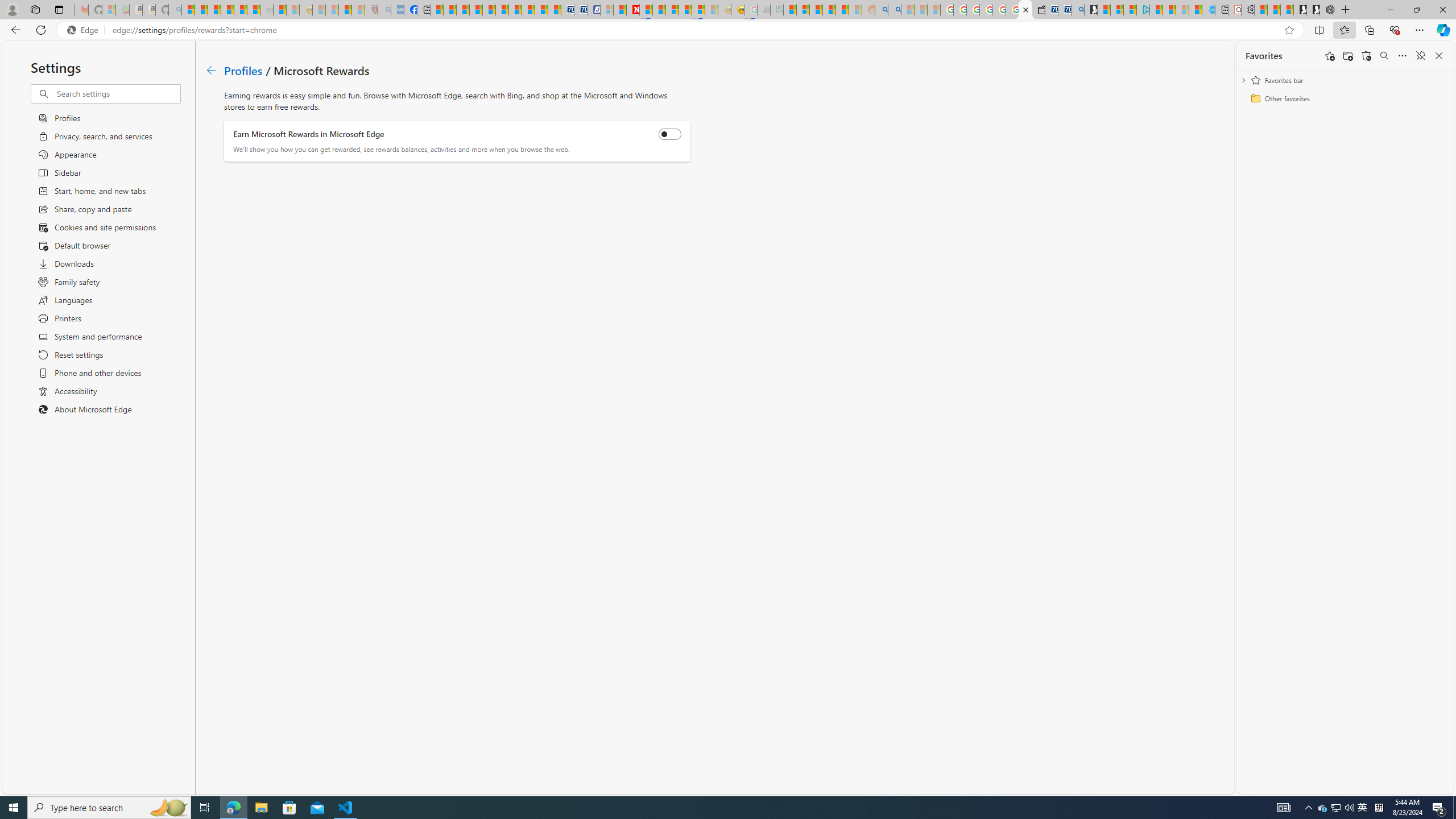 This screenshot has width=1456, height=819. What do you see at coordinates (1347, 55) in the screenshot?
I see `'Add folder'` at bounding box center [1347, 55].